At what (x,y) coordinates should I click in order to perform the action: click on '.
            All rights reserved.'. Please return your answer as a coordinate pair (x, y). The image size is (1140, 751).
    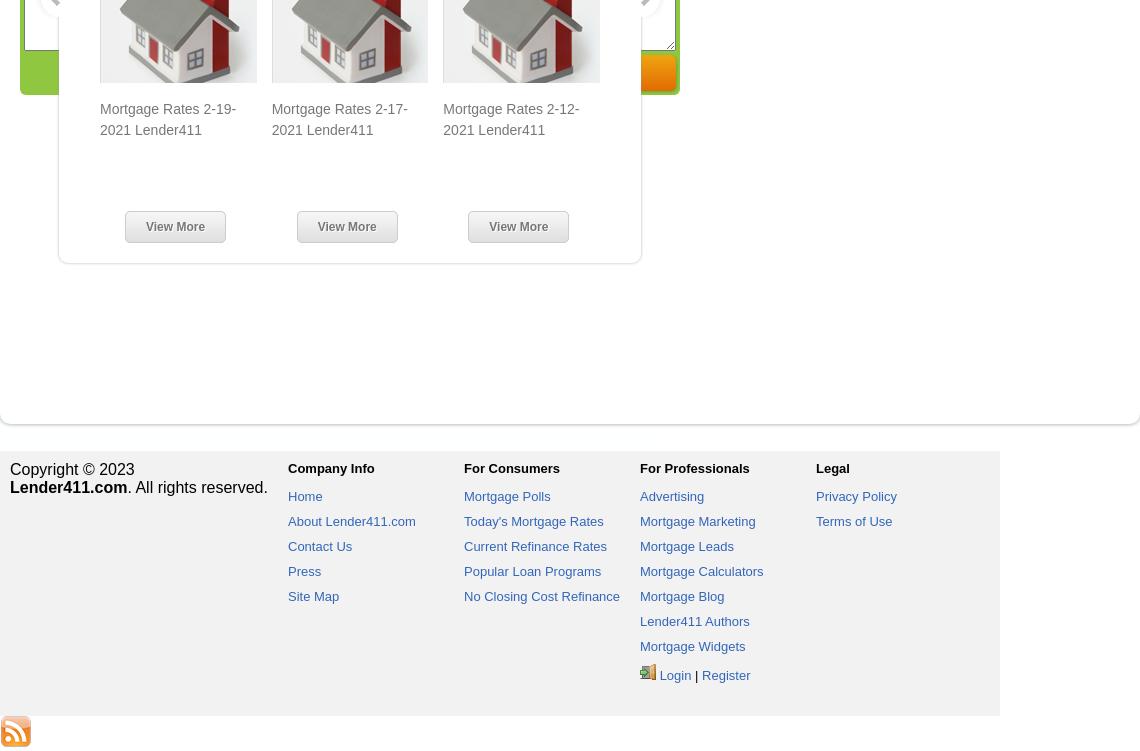
    Looking at the image, I should click on (196, 487).